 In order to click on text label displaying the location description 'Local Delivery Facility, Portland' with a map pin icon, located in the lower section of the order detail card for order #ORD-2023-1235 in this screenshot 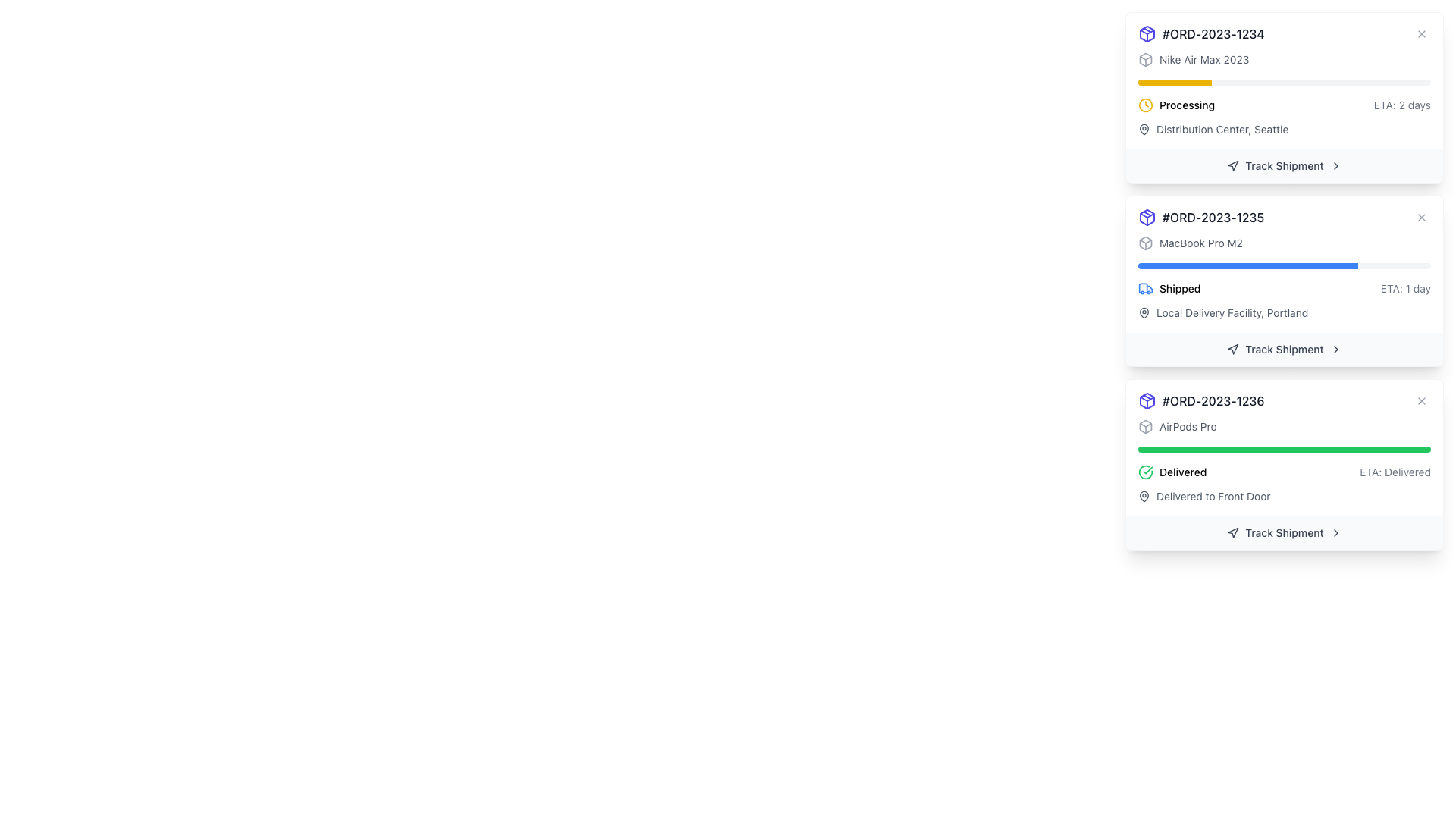, I will do `click(1284, 312)`.